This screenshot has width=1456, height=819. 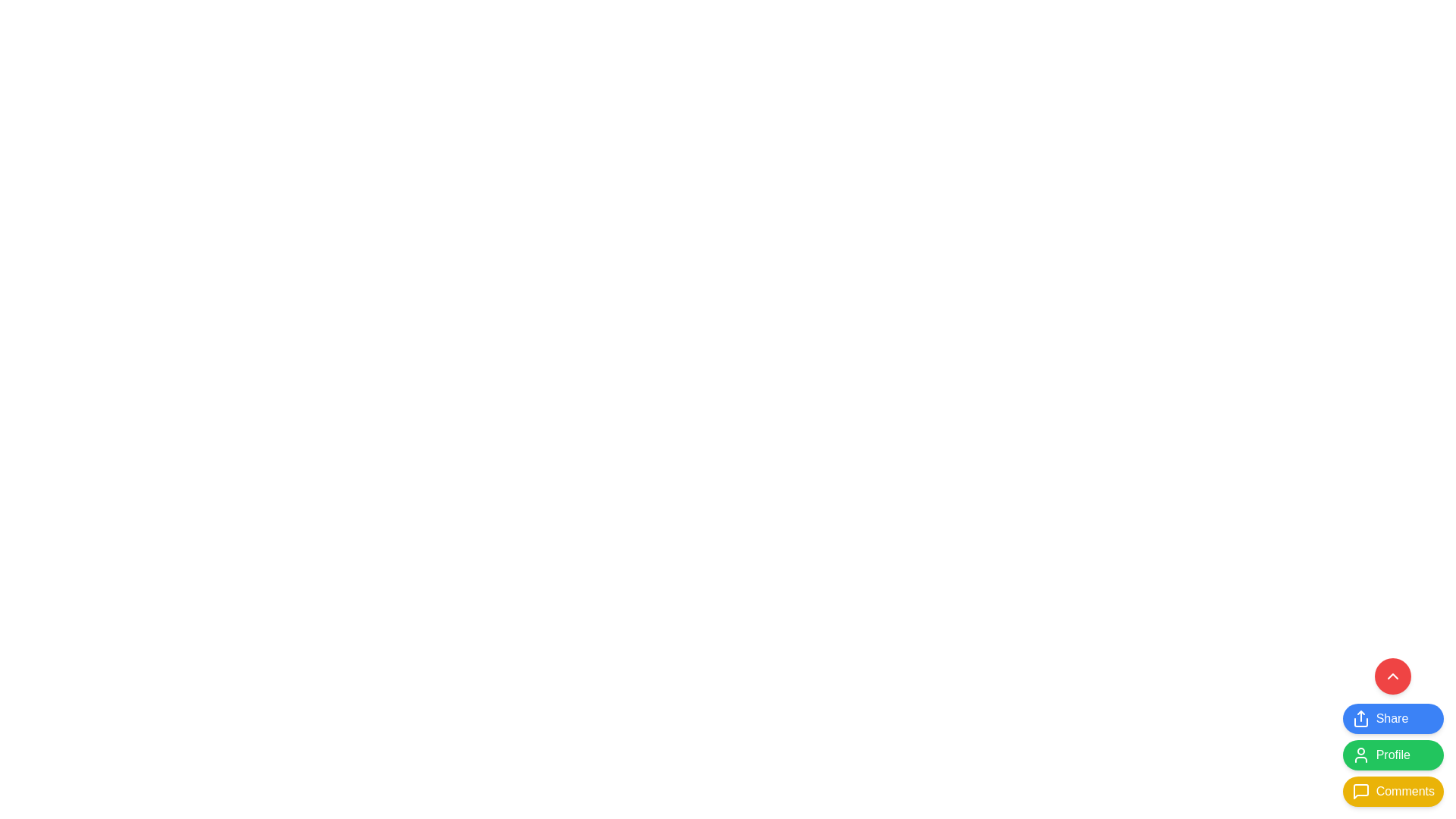 What do you see at coordinates (1393, 675) in the screenshot?
I see `the upward-pointing chevron icon located inside the circular red button at the bottom right corner of the interface to initiate its function` at bounding box center [1393, 675].